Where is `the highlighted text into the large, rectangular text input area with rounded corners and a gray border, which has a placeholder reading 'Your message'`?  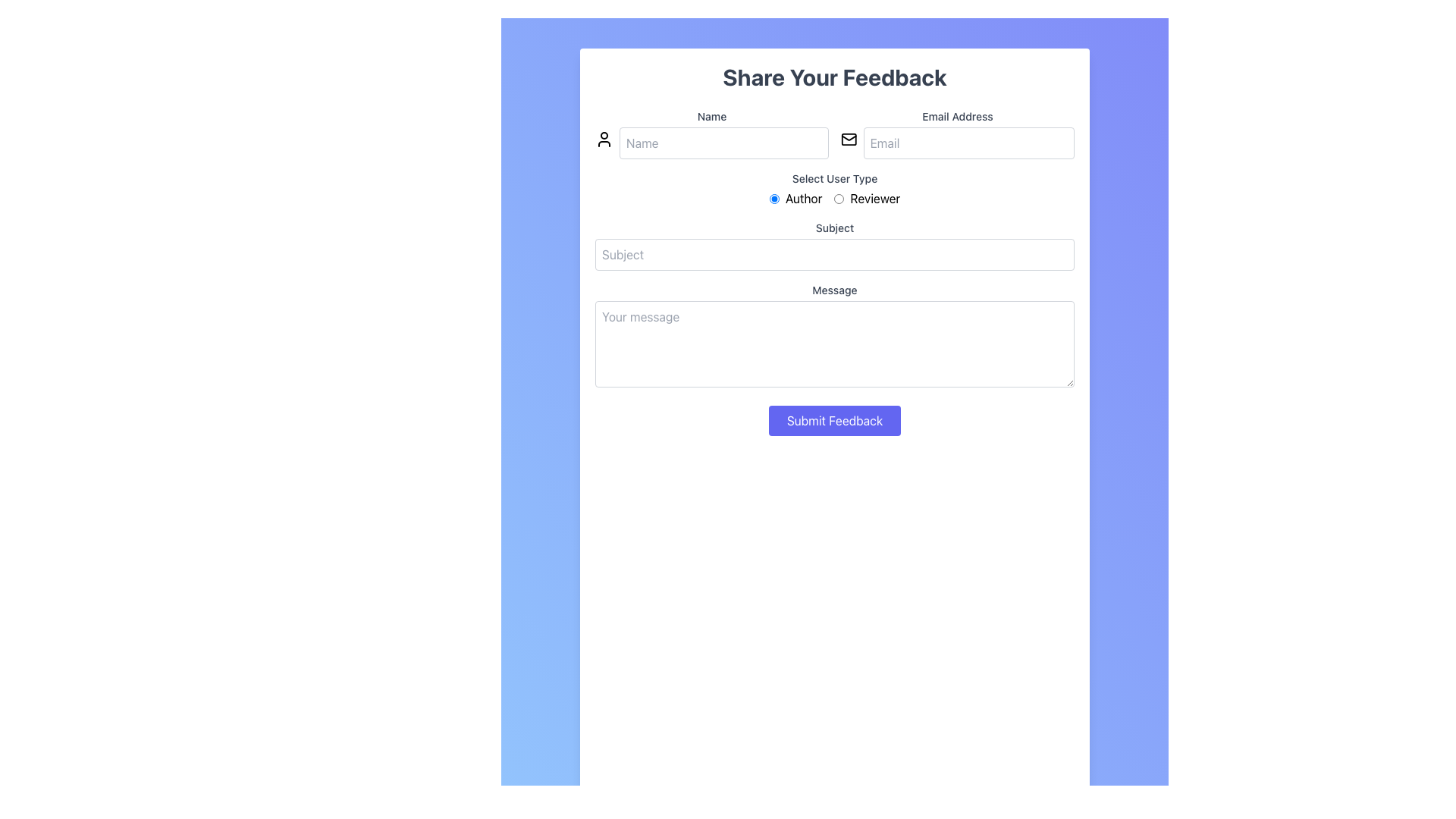
the highlighted text into the large, rectangular text input area with rounded corners and a gray border, which has a placeholder reading 'Your message' is located at coordinates (833, 344).